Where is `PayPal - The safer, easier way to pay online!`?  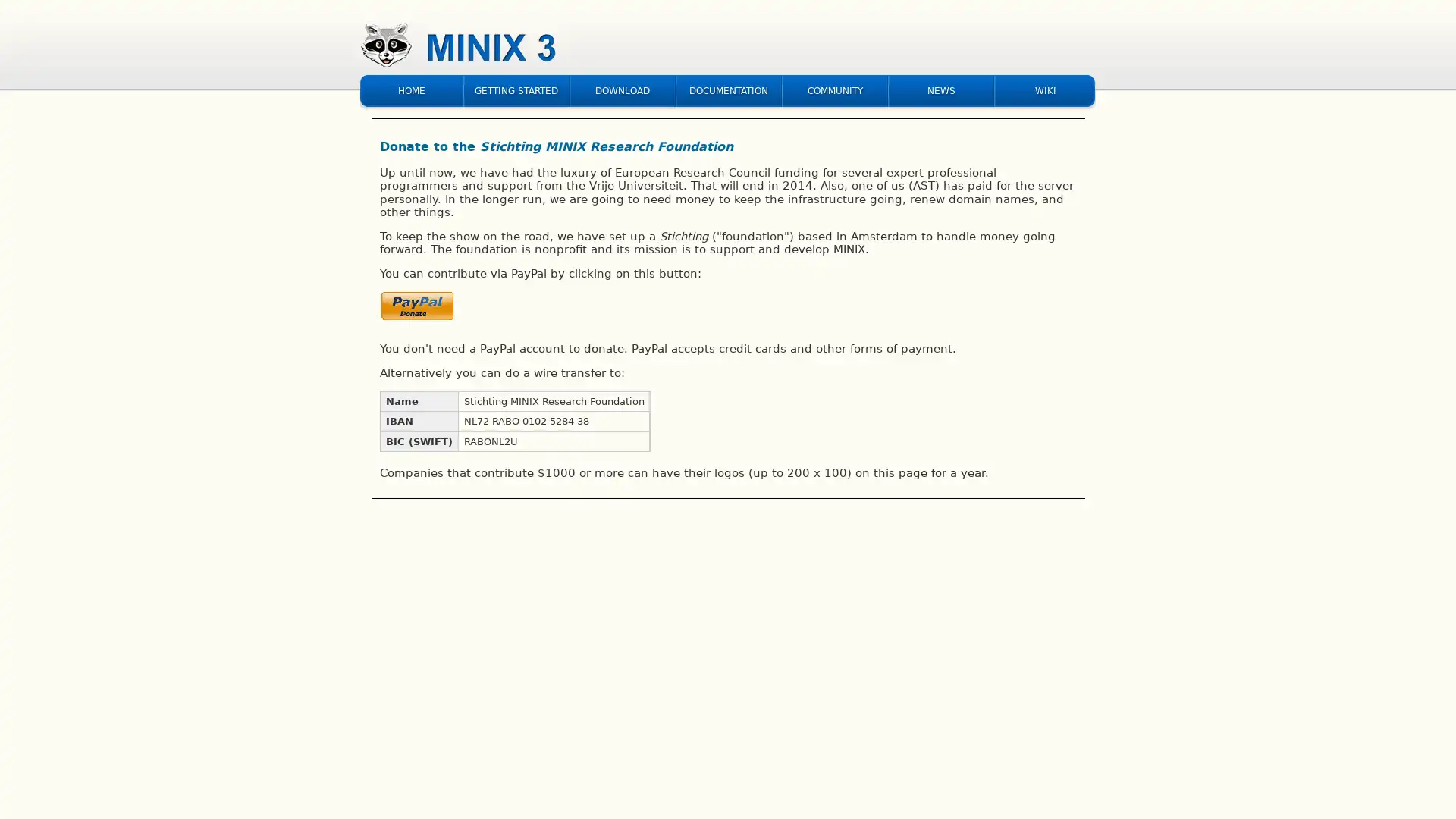
PayPal - The safer, easier way to pay online! is located at coordinates (418, 309).